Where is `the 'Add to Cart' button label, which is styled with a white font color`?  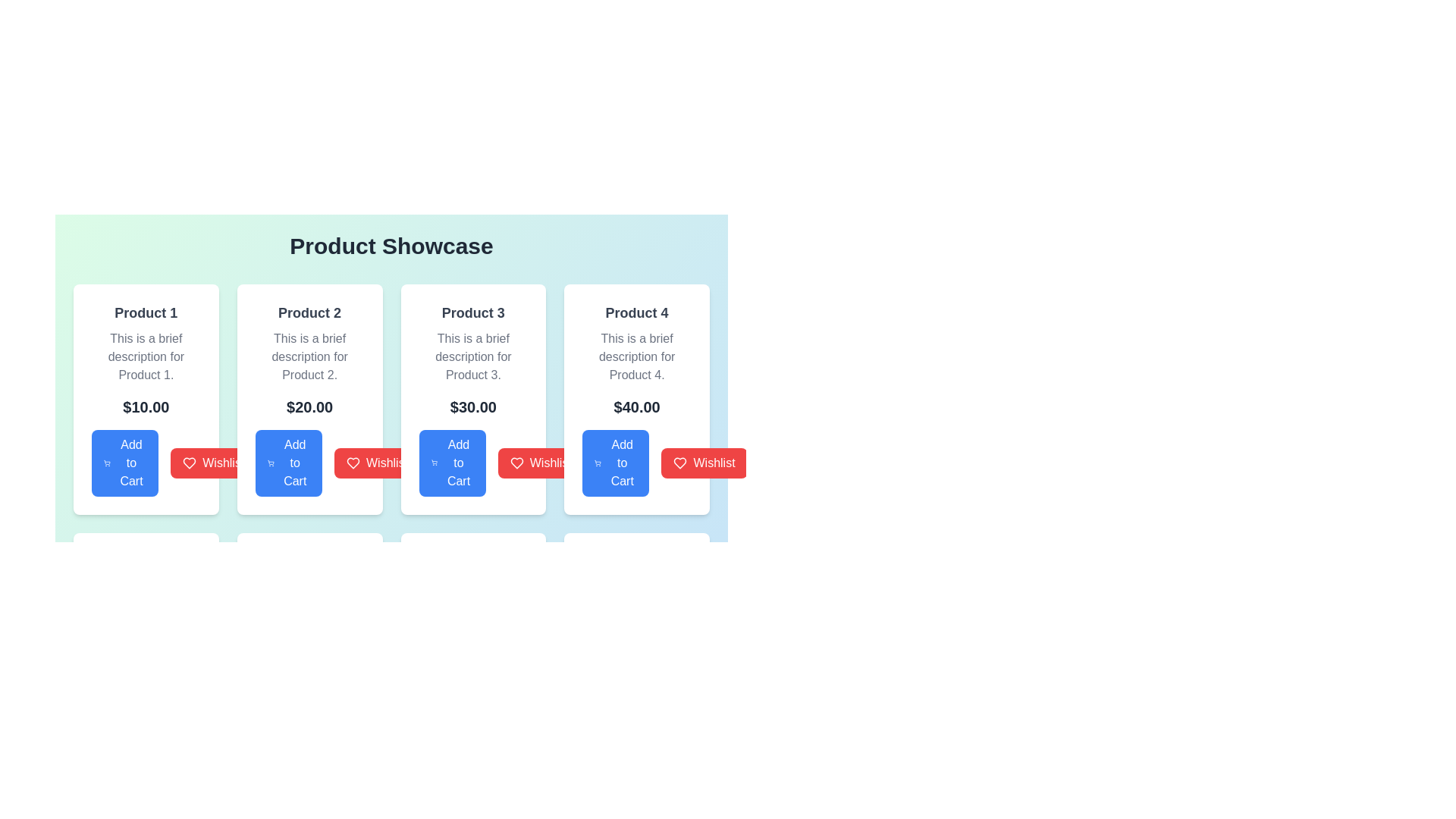 the 'Add to Cart' button label, which is styled with a white font color is located at coordinates (295, 462).